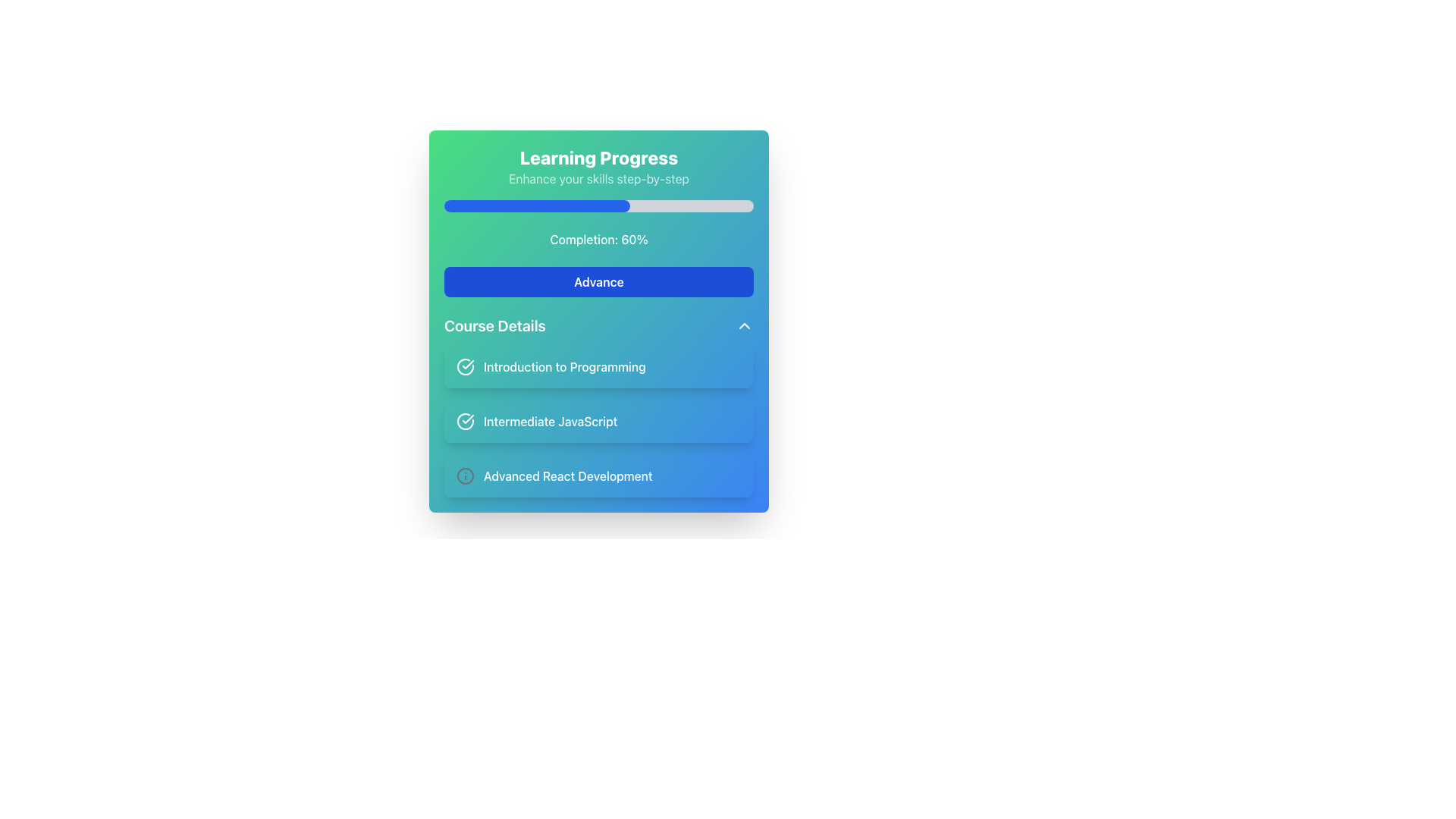 The width and height of the screenshot is (1456, 819). Describe the element at coordinates (537, 206) in the screenshot. I see `the progress bar segment indicating 60% completion, which is located under the 'Learning Progress' heading and above the 'Advance' button` at that location.